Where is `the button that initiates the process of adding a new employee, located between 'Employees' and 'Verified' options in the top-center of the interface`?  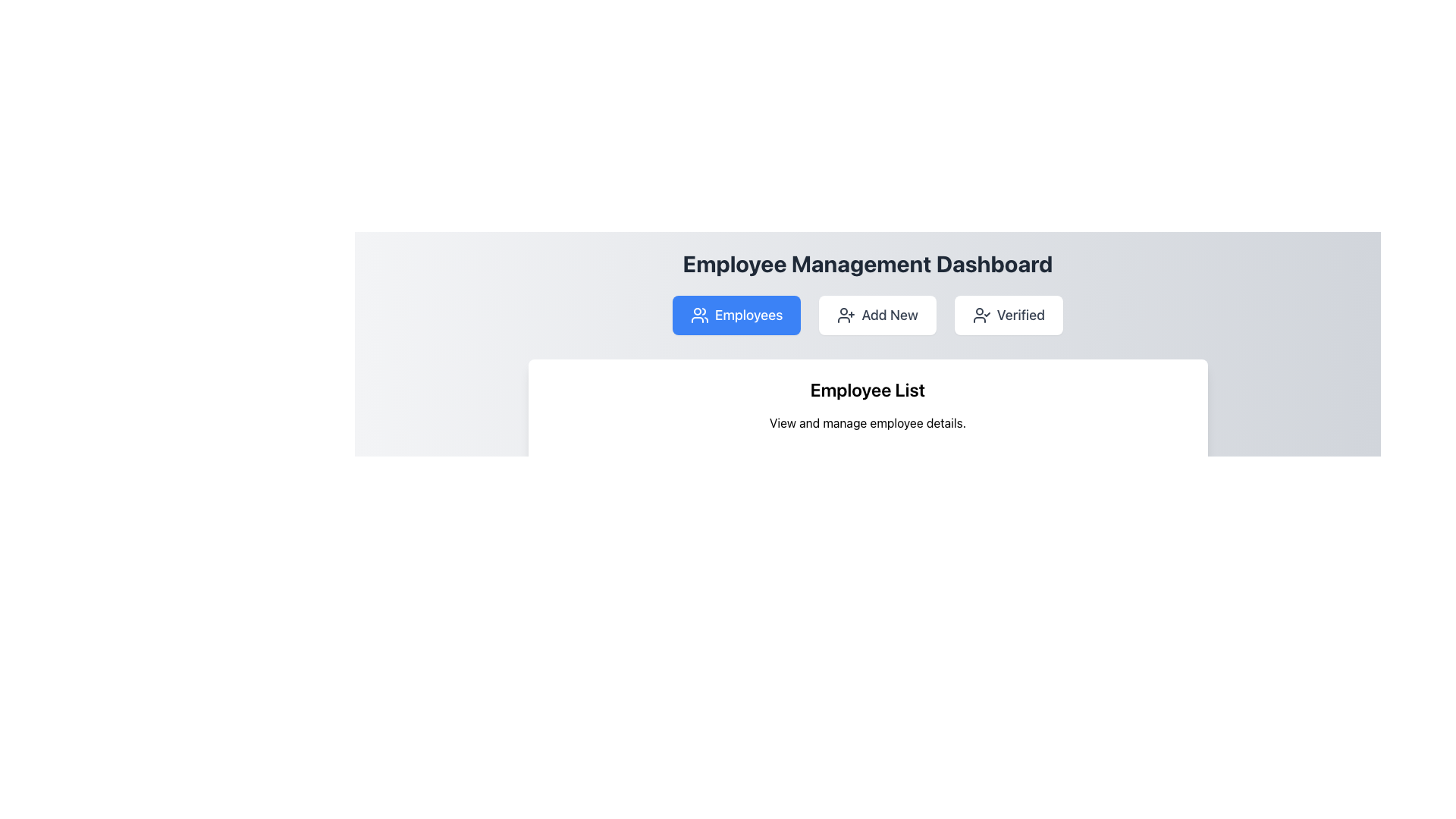
the button that initiates the process of adding a new employee, located between 'Employees' and 'Verified' options in the top-center of the interface is located at coordinates (877, 315).